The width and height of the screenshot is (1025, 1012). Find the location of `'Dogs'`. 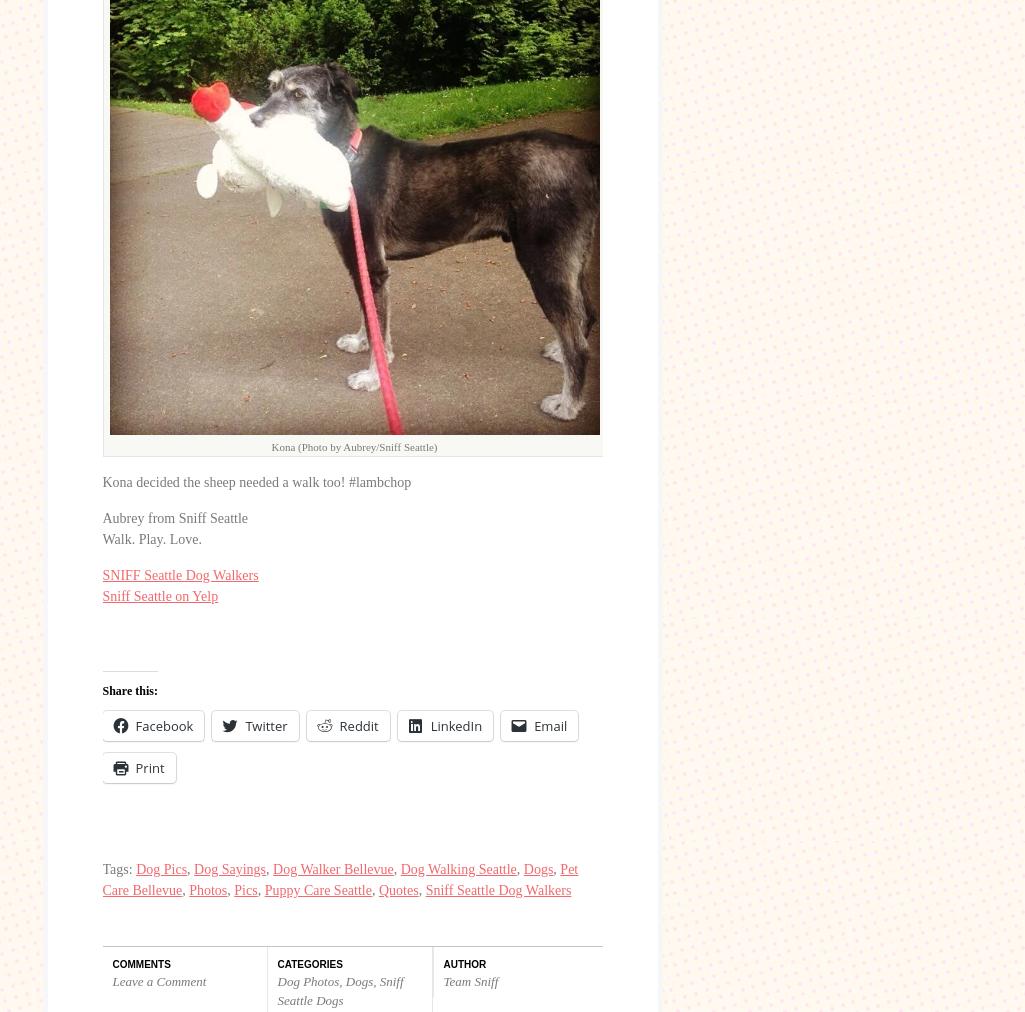

'Dogs' is located at coordinates (537, 867).